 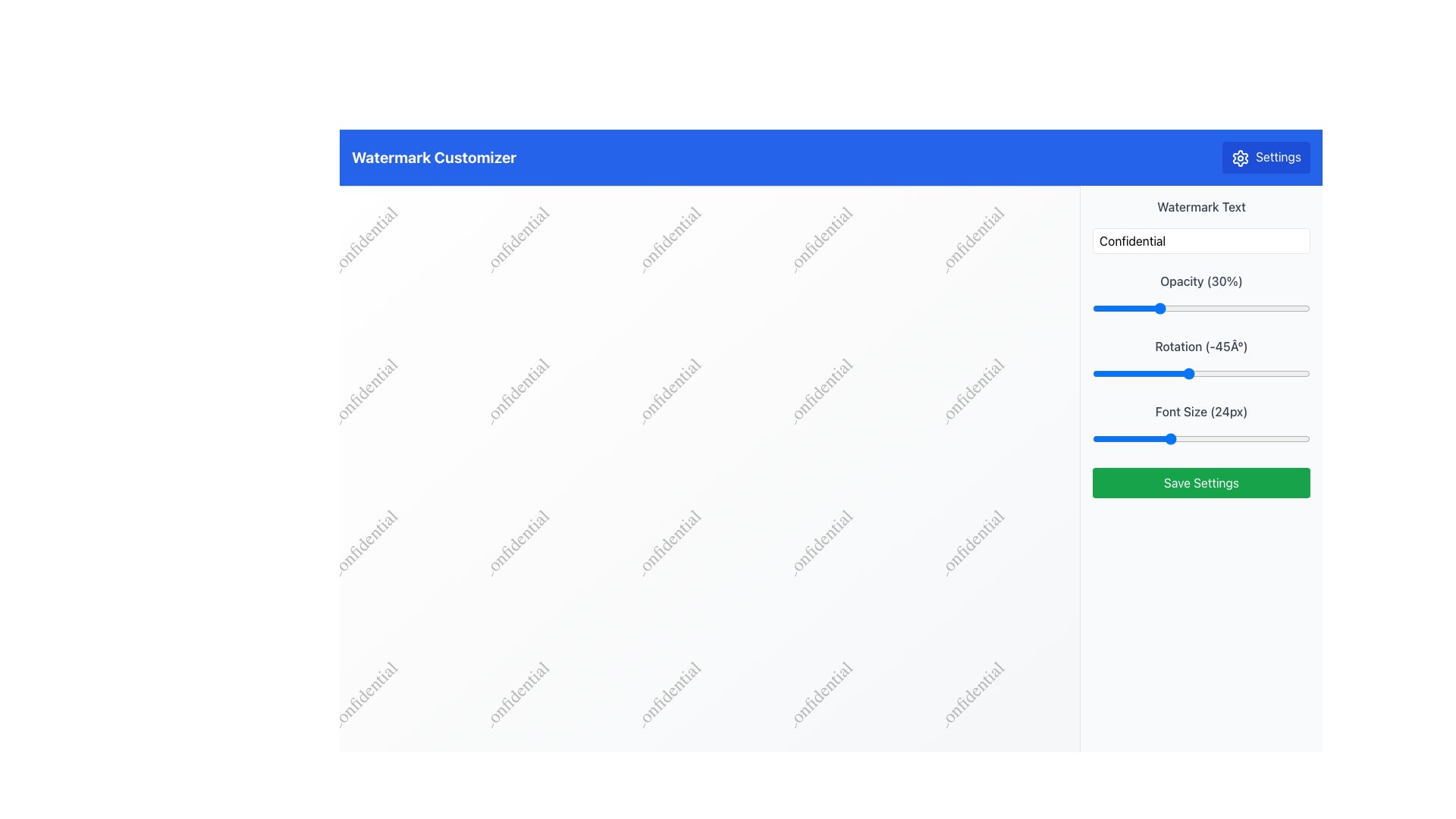 I want to click on the font size, so click(x=1141, y=438).